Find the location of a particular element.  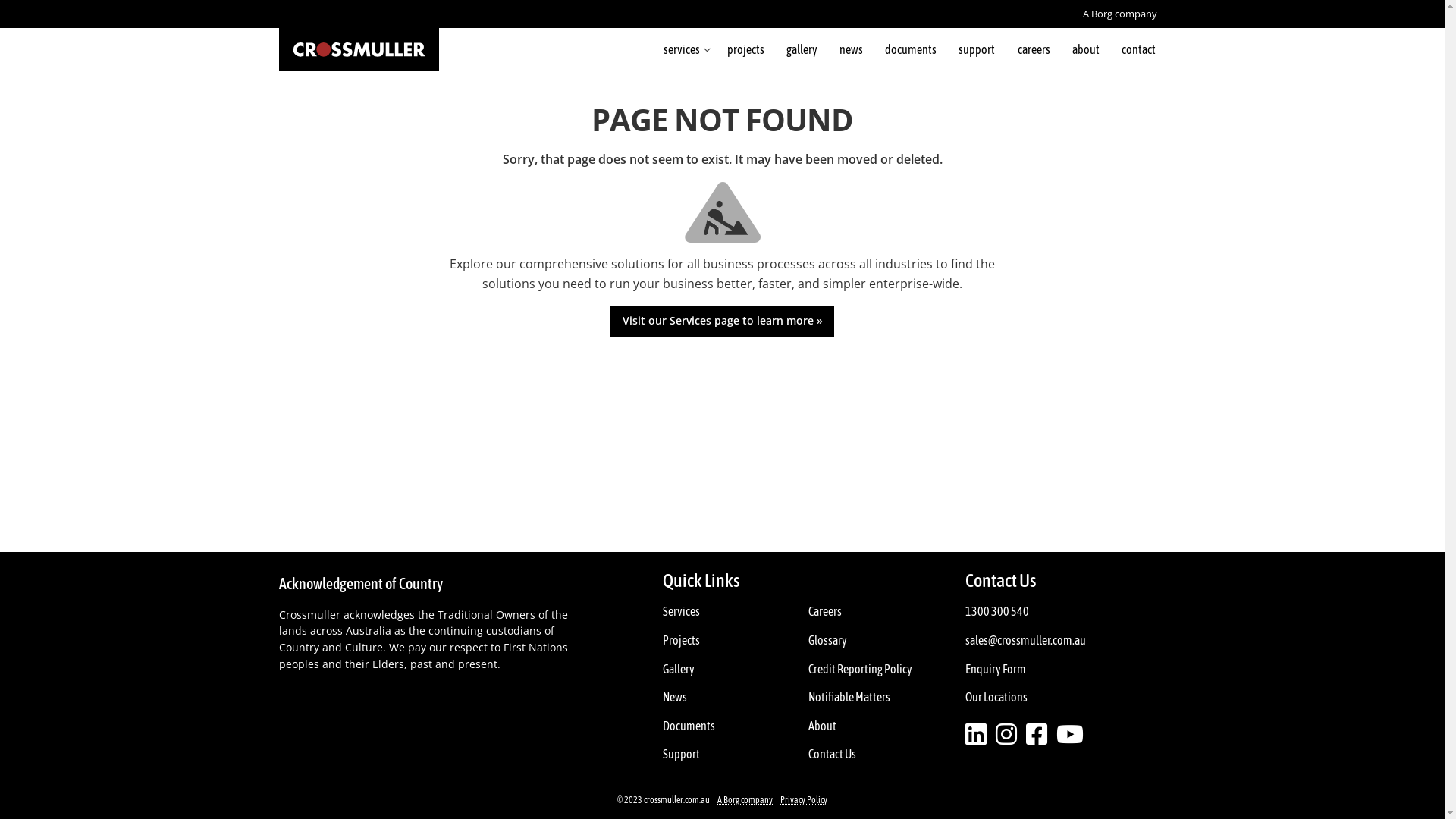

'Support' is located at coordinates (680, 755).